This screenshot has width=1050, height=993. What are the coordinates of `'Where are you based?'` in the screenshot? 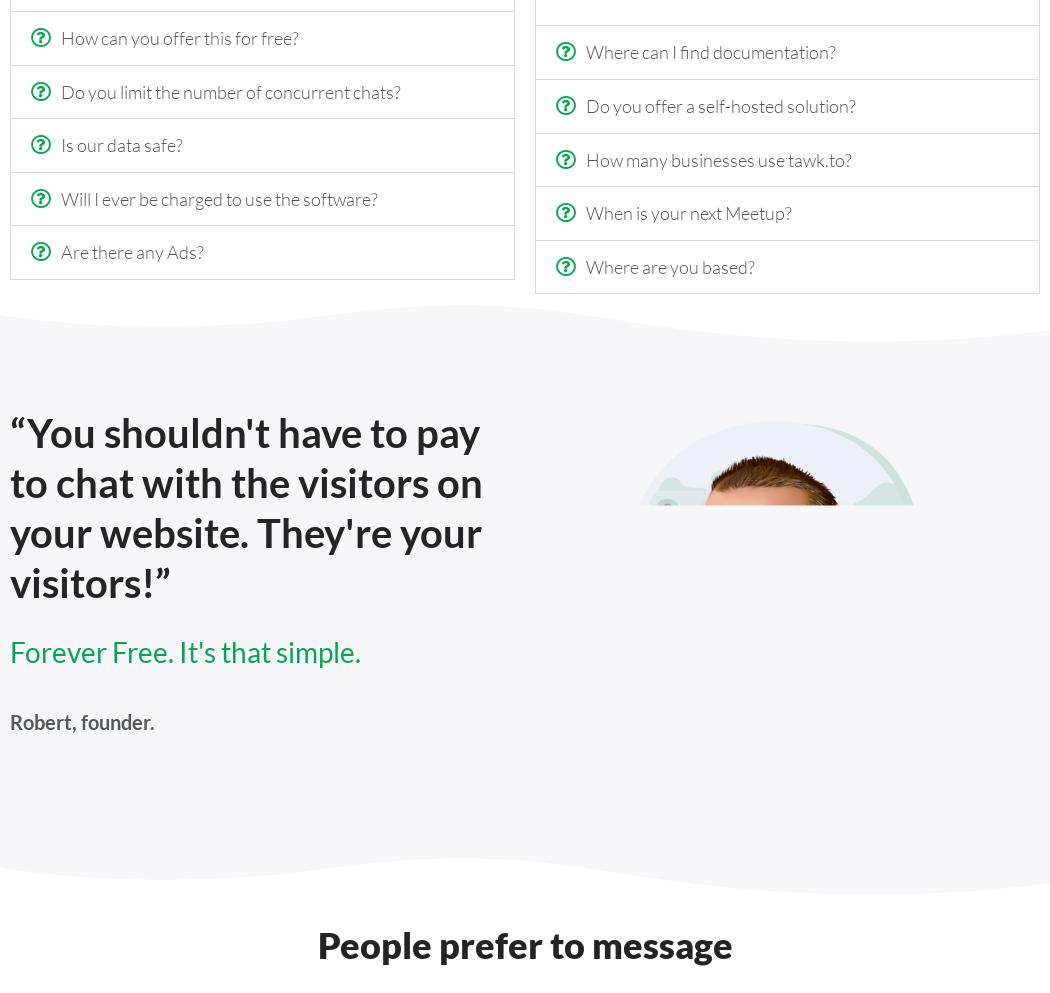 It's located at (669, 265).